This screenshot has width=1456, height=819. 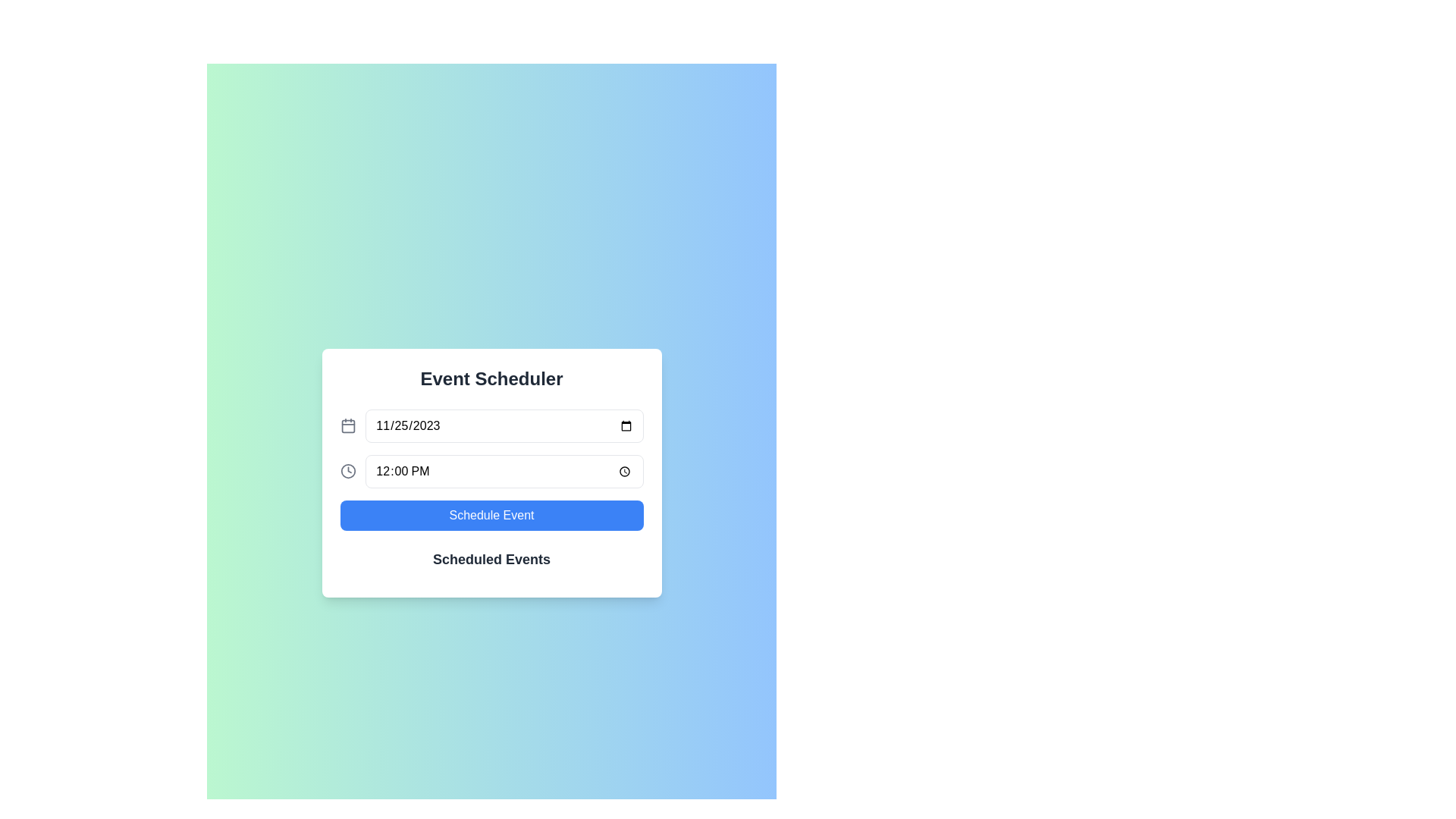 I want to click on the icon located on the left side of the date input field, so click(x=347, y=426).